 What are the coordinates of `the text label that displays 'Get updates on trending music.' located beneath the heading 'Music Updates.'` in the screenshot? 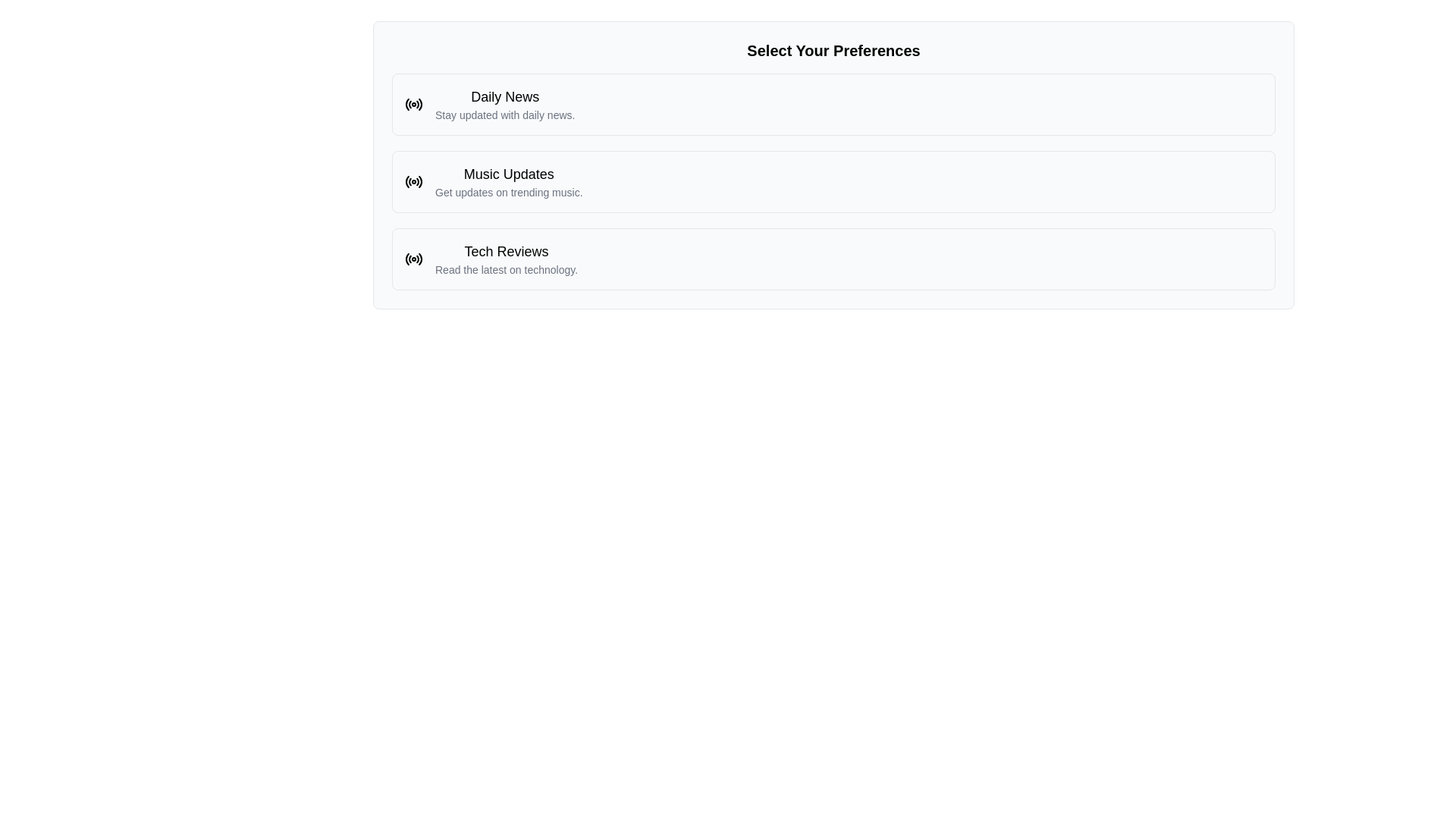 It's located at (509, 192).